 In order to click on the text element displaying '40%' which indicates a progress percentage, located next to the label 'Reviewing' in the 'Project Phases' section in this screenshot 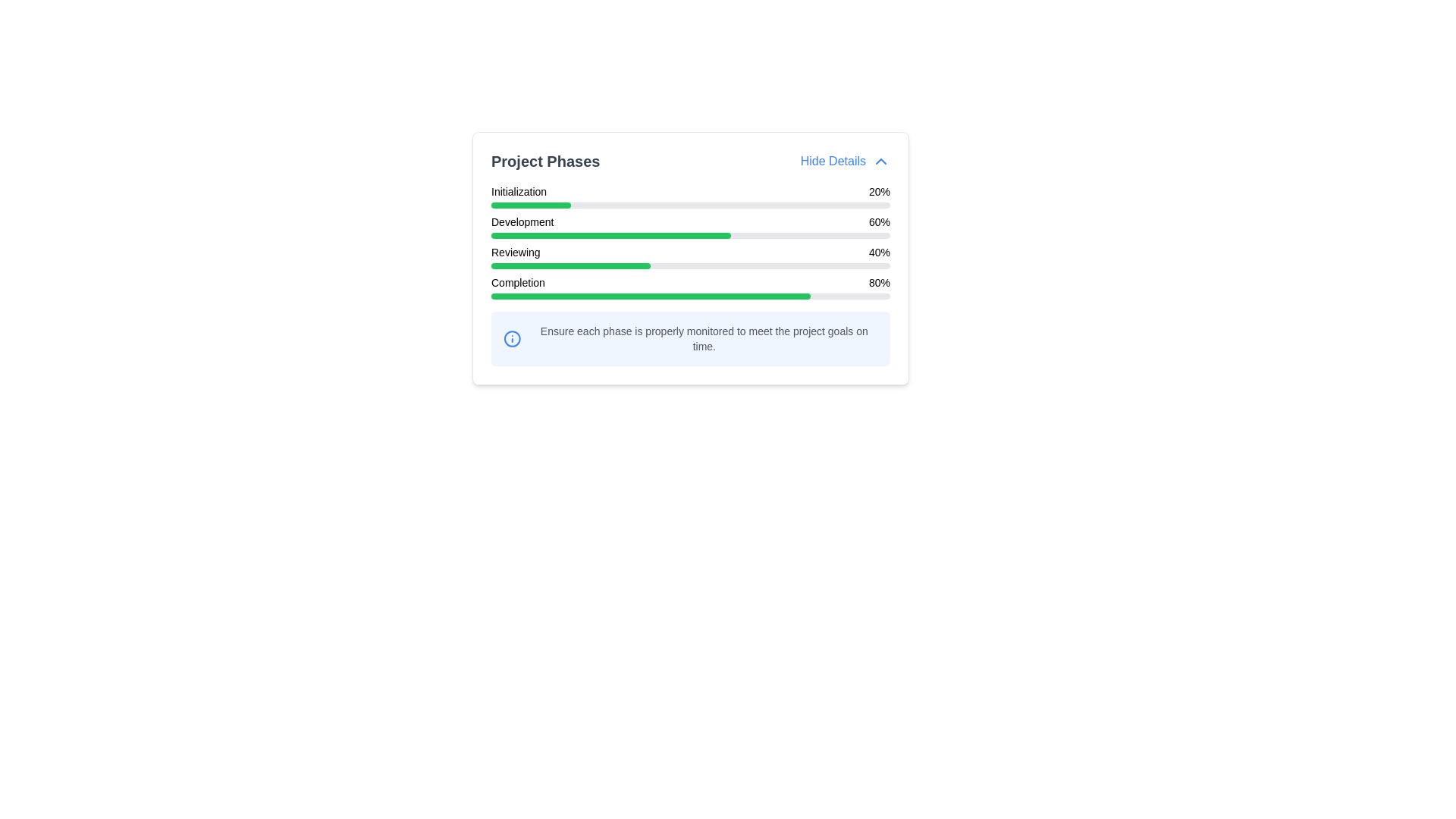, I will do `click(880, 251)`.